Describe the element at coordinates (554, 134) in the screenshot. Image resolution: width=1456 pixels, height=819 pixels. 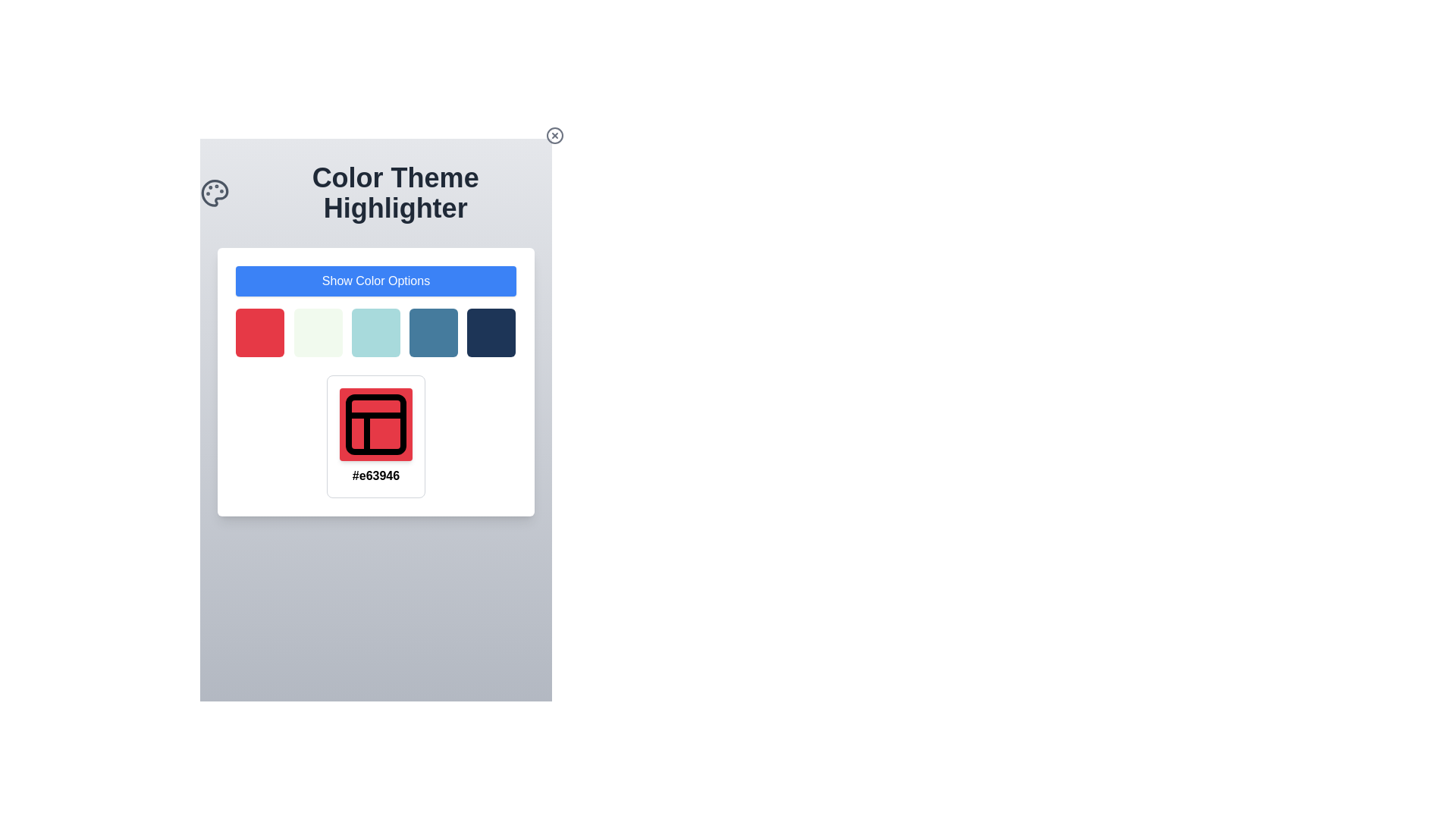
I see `the circular icon component located in the top-right corner of the layout, adjacent to the title 'Color Theme Highlighter'` at that location.